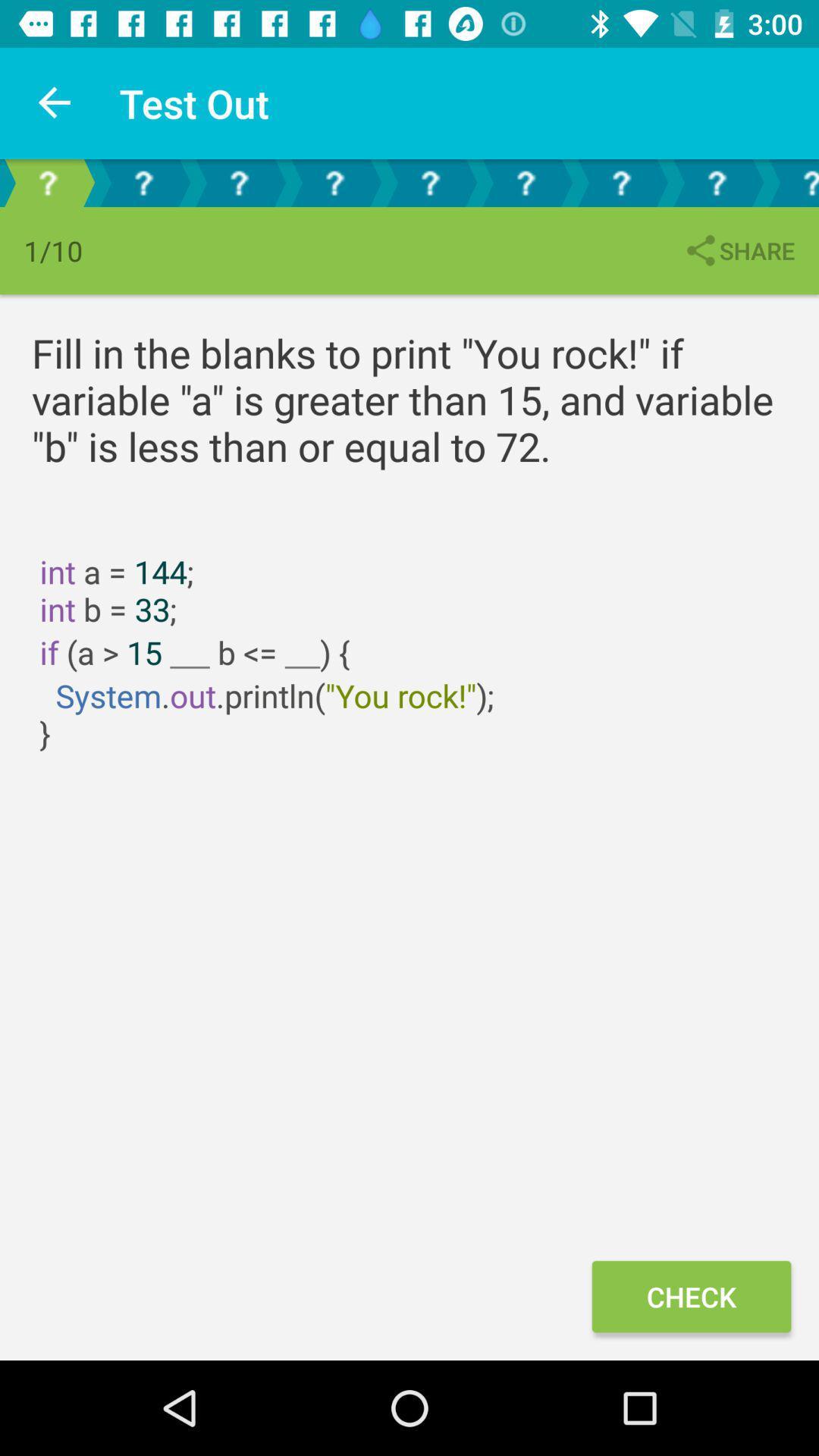 The height and width of the screenshot is (1456, 819). I want to click on the help icon, so click(791, 182).